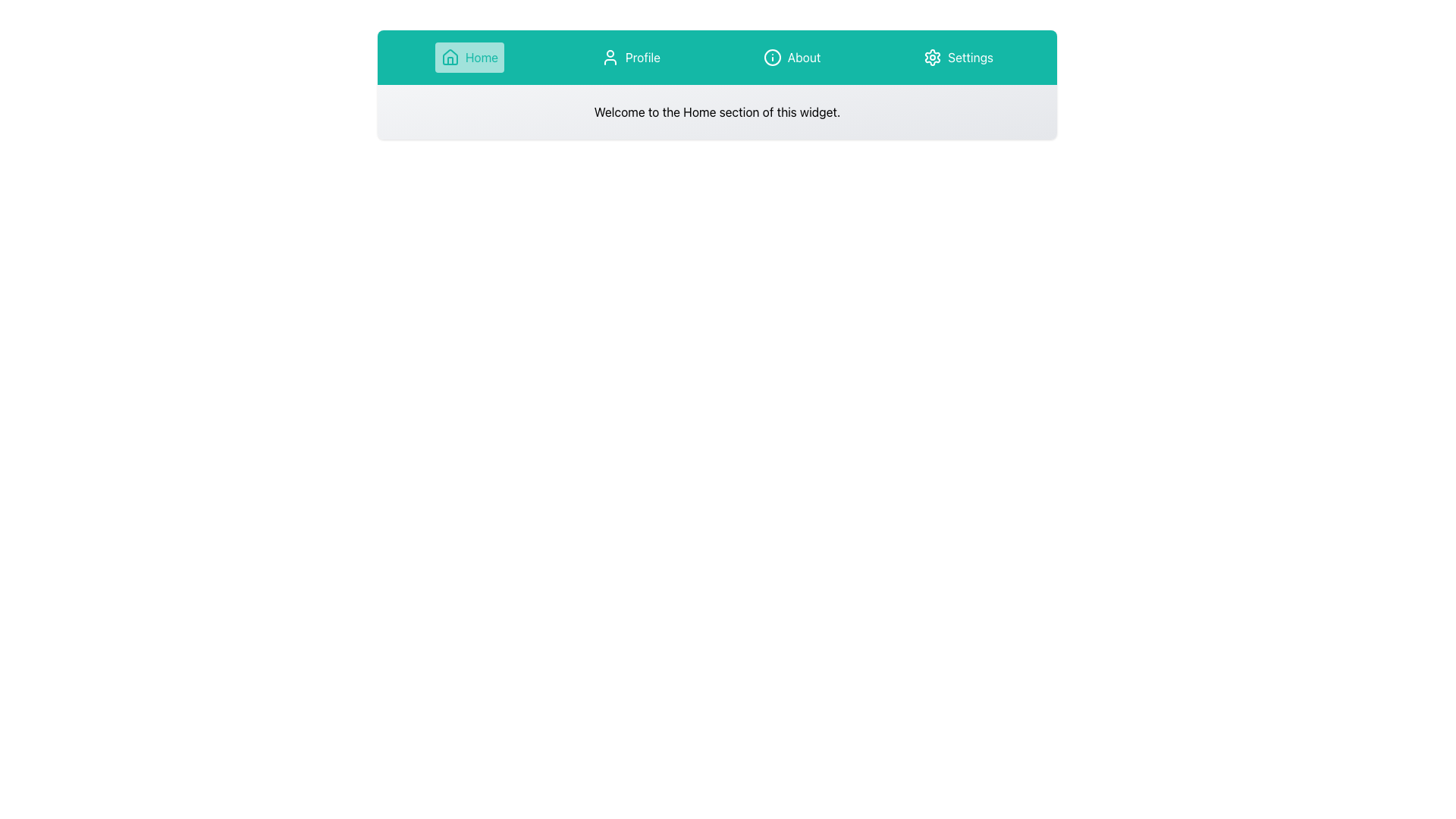  What do you see at coordinates (449, 60) in the screenshot?
I see `the vertical segment of the house icon located on the top navigation bar, which represents a door or window` at bounding box center [449, 60].